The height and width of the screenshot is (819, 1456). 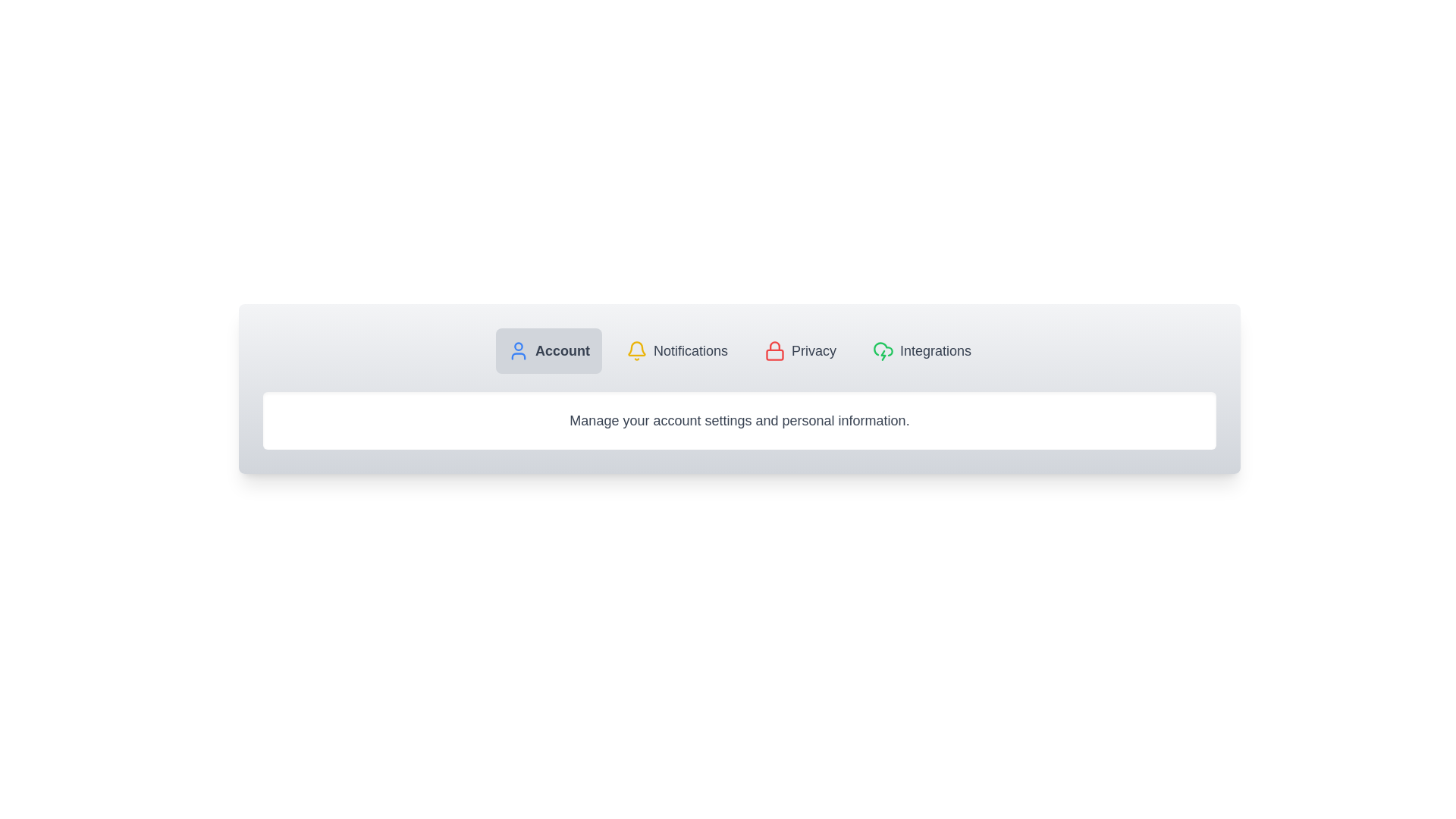 I want to click on the 'Integrations' button, which is the fourth button in the navigation bar, featuring a green cloud icon with a lightning bolt and bold text, so click(x=921, y=350).